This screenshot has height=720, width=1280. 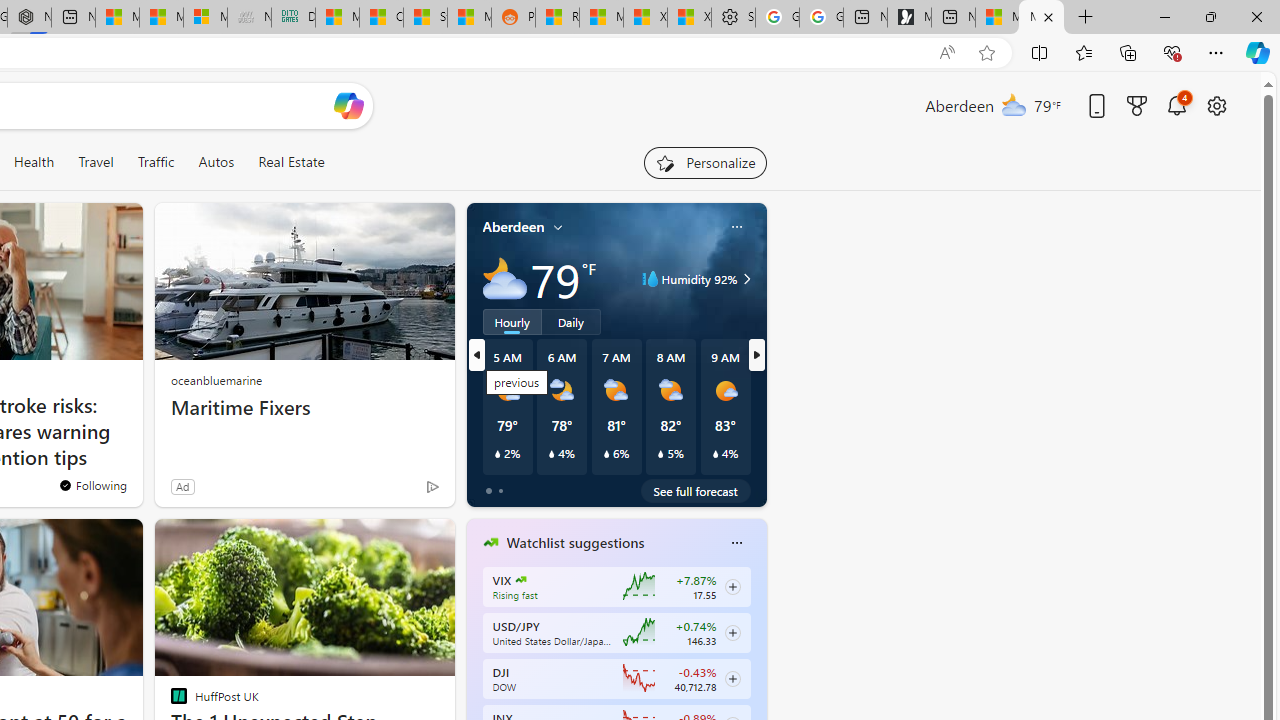 What do you see at coordinates (513, 226) in the screenshot?
I see `'Aberdeen'` at bounding box center [513, 226].